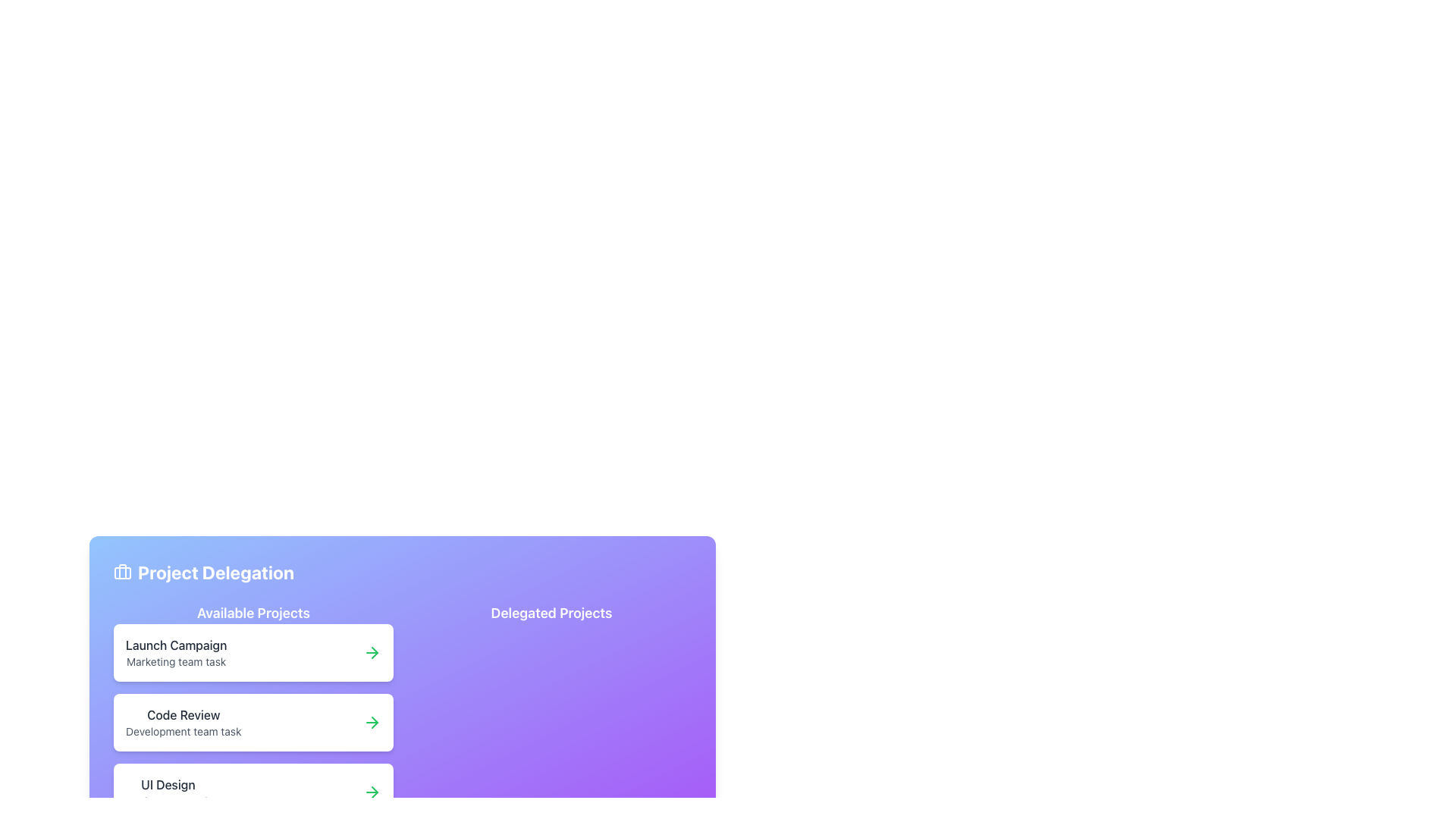 The height and width of the screenshot is (819, 1456). What do you see at coordinates (176, 661) in the screenshot?
I see `the static text label that provides additional context for the 'Launch Campaign' project, located directly below the 'Launch Campaign' label in the 'Available Projects' list` at bounding box center [176, 661].